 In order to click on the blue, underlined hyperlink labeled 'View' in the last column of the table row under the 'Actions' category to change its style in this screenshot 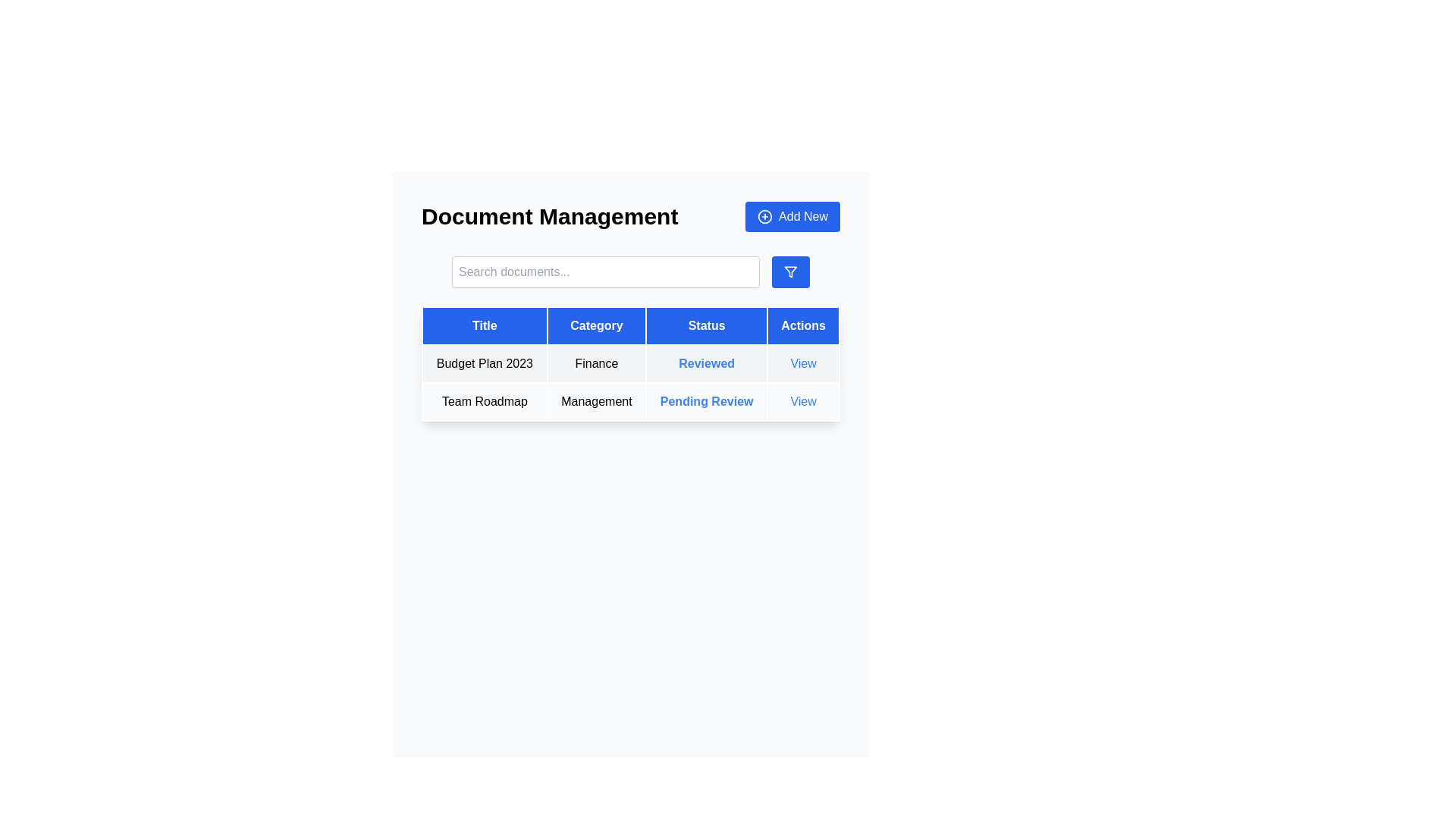, I will do `click(802, 400)`.